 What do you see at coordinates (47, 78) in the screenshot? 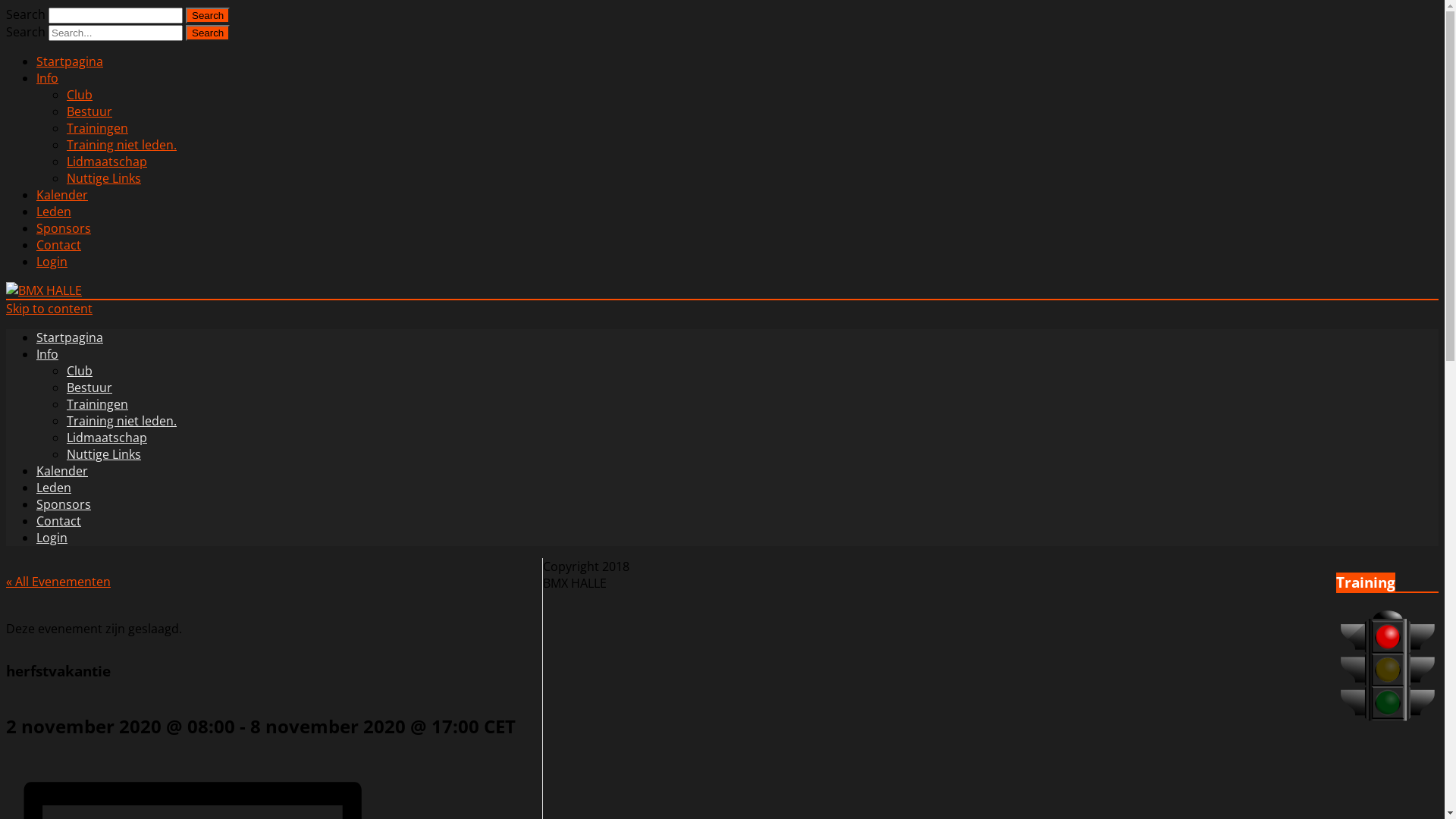
I see `'Info'` at bounding box center [47, 78].